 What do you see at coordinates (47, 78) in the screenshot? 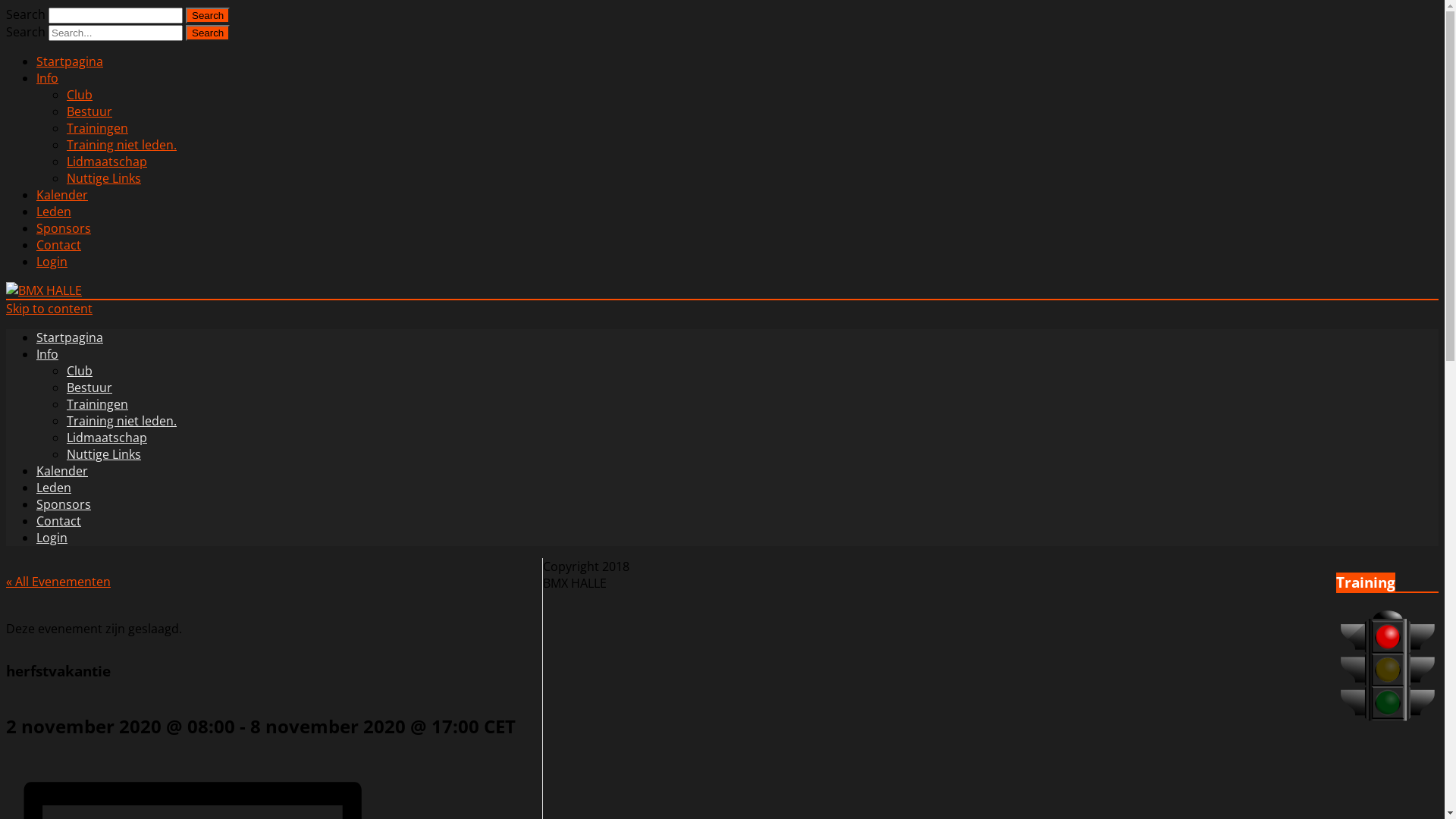
I see `'Info'` at bounding box center [47, 78].